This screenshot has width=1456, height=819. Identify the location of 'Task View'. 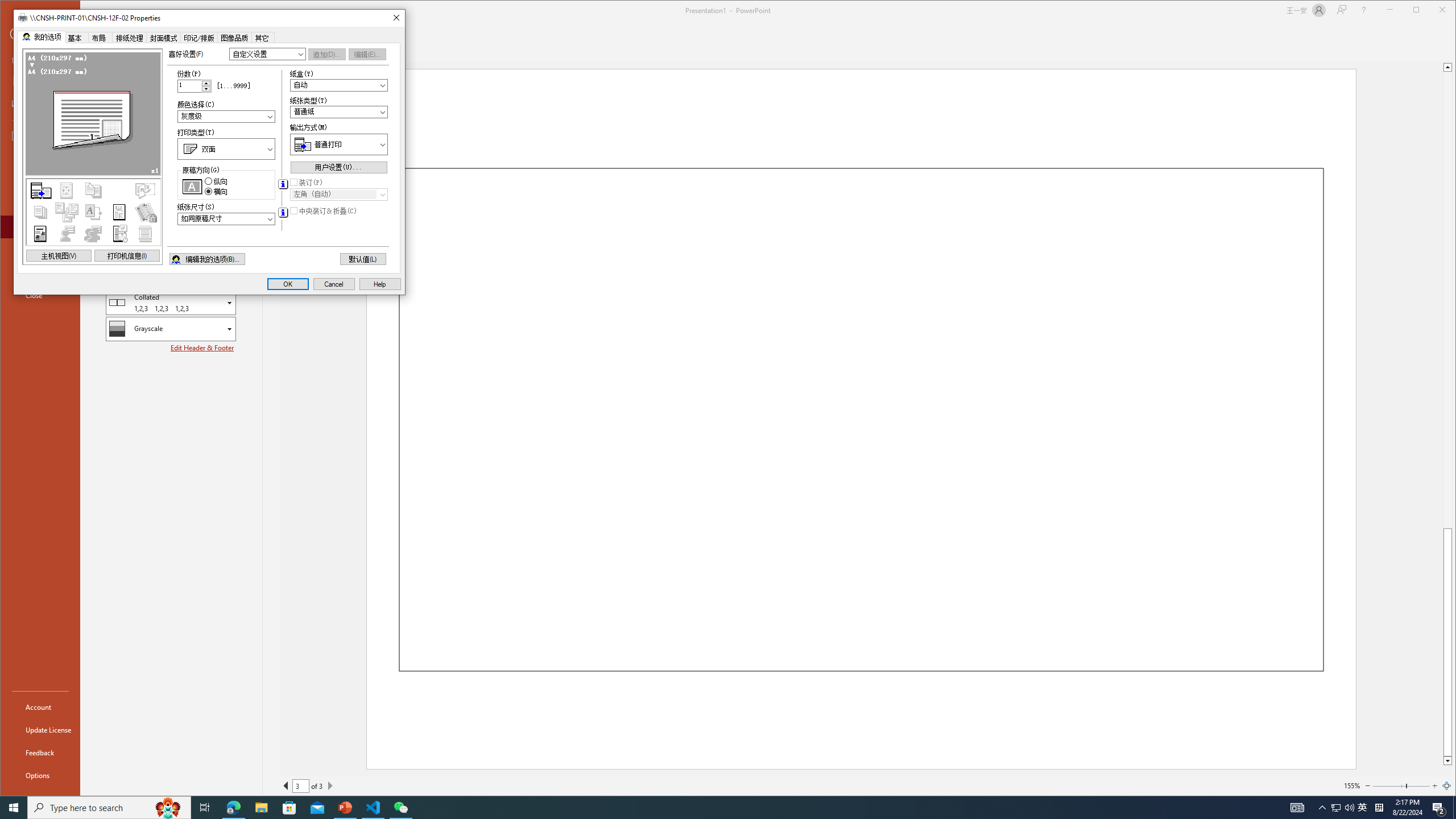
(204, 806).